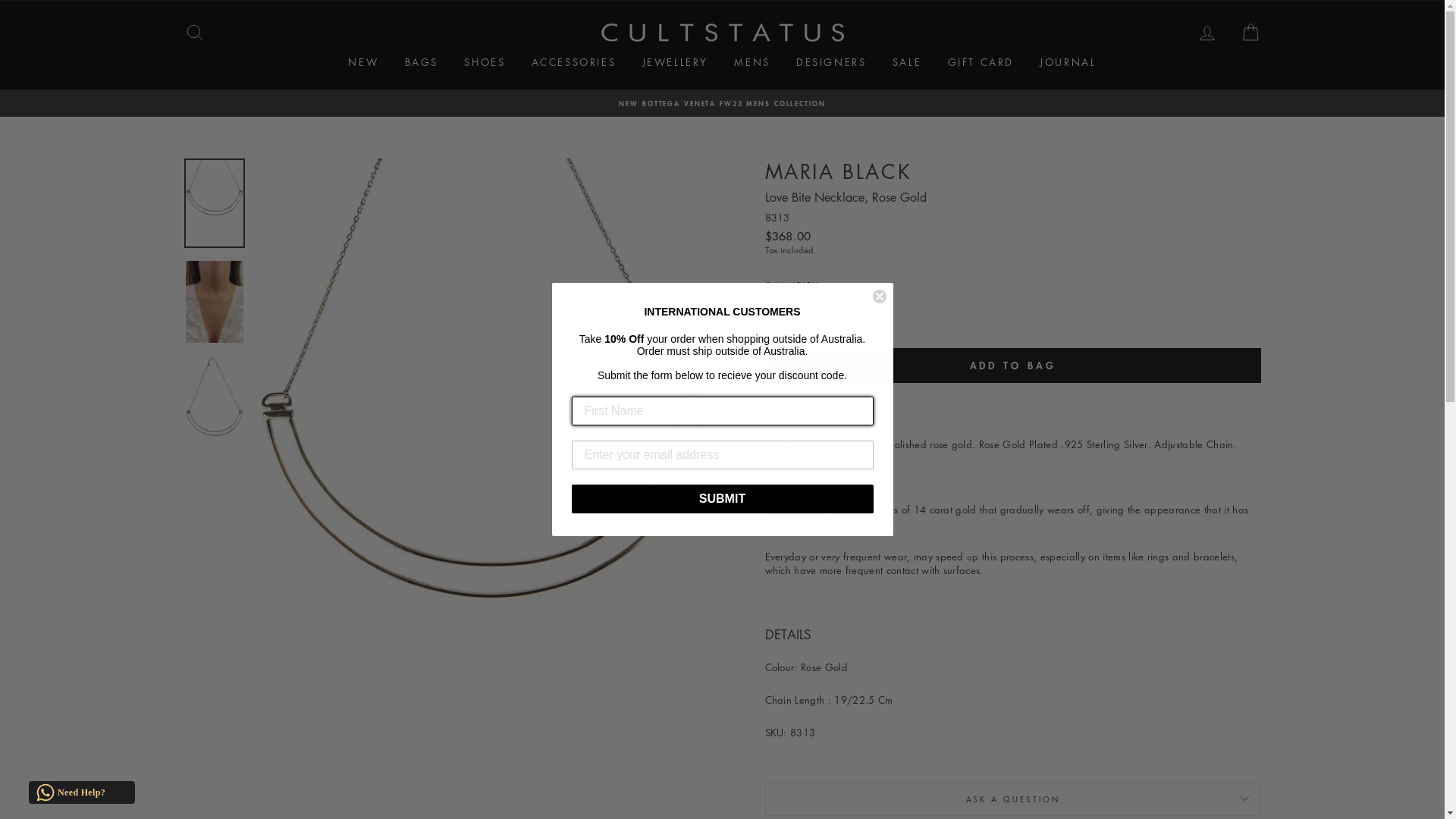 The width and height of the screenshot is (1456, 819). I want to click on 'CART', so click(1249, 33).